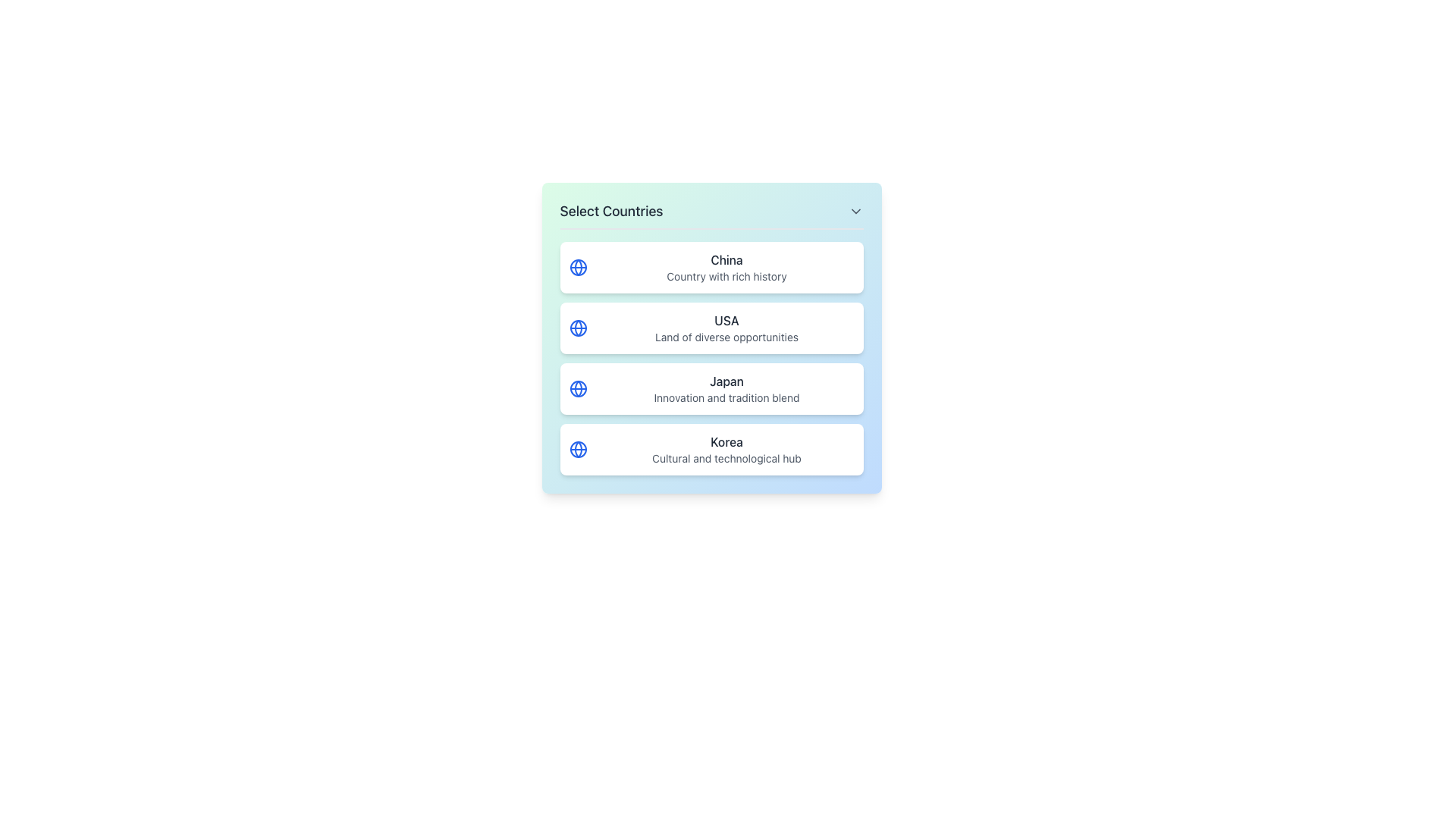 The width and height of the screenshot is (1456, 819). I want to click on the 'Select Countries' dropdown button, so click(711, 215).